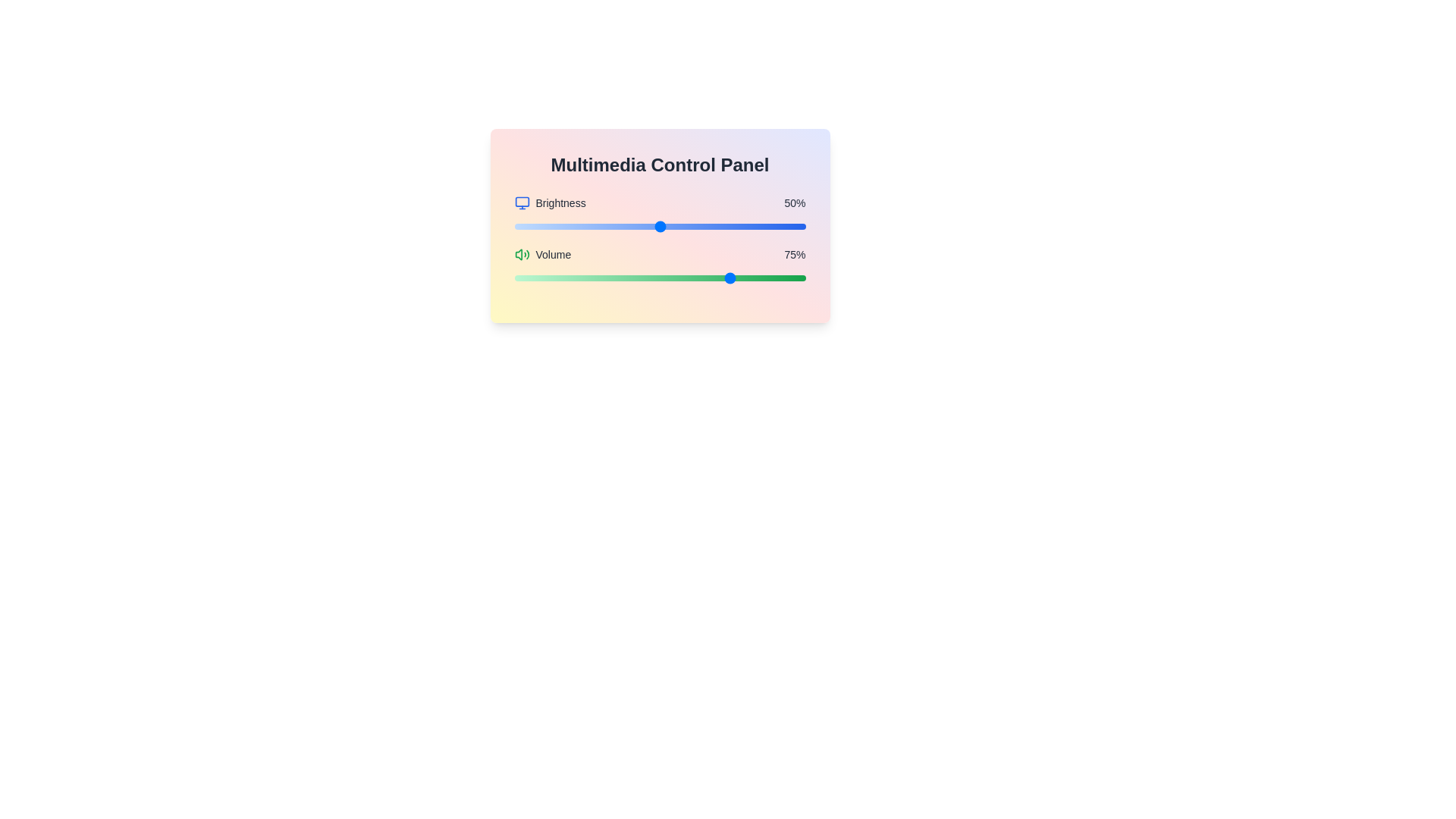 This screenshot has width=1456, height=819. What do you see at coordinates (642, 278) in the screenshot?
I see `the volume slider to 44% by dragging the slider to the desired position` at bounding box center [642, 278].